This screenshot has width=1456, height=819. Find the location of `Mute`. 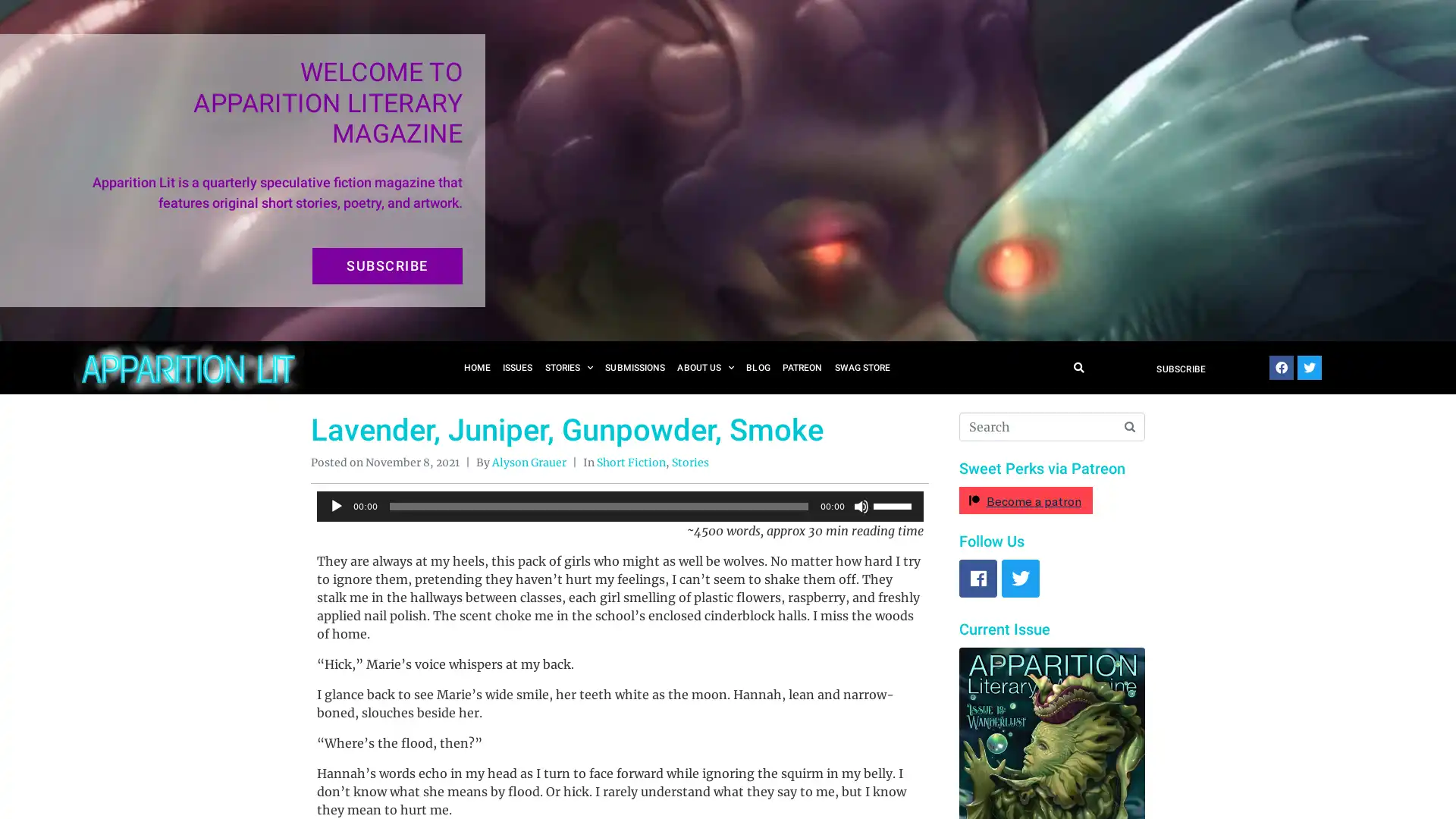

Mute is located at coordinates (860, 506).